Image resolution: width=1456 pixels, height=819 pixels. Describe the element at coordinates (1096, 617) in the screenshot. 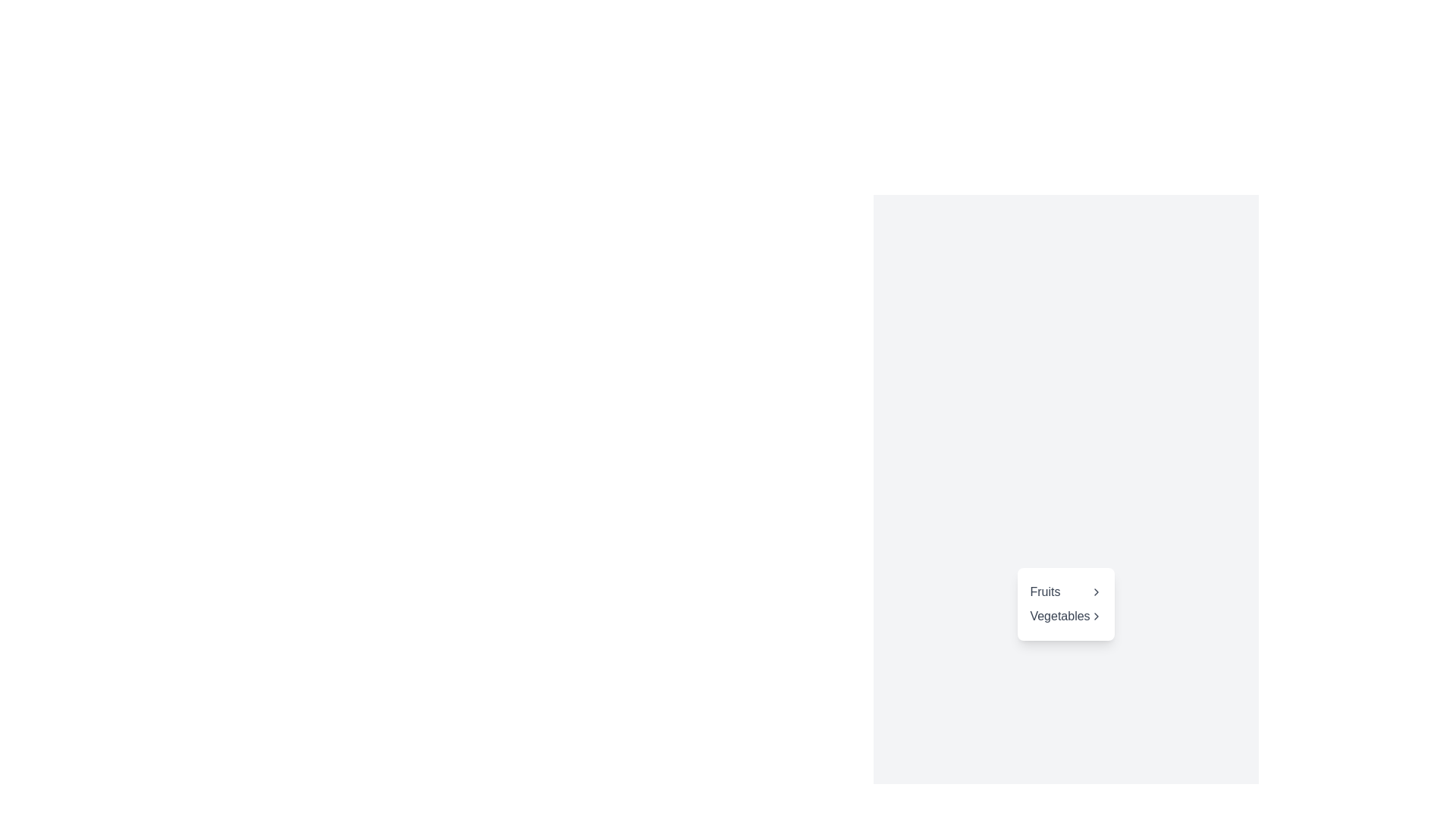

I see `the Chevron icon next to the 'Vegetables' menu item` at that location.